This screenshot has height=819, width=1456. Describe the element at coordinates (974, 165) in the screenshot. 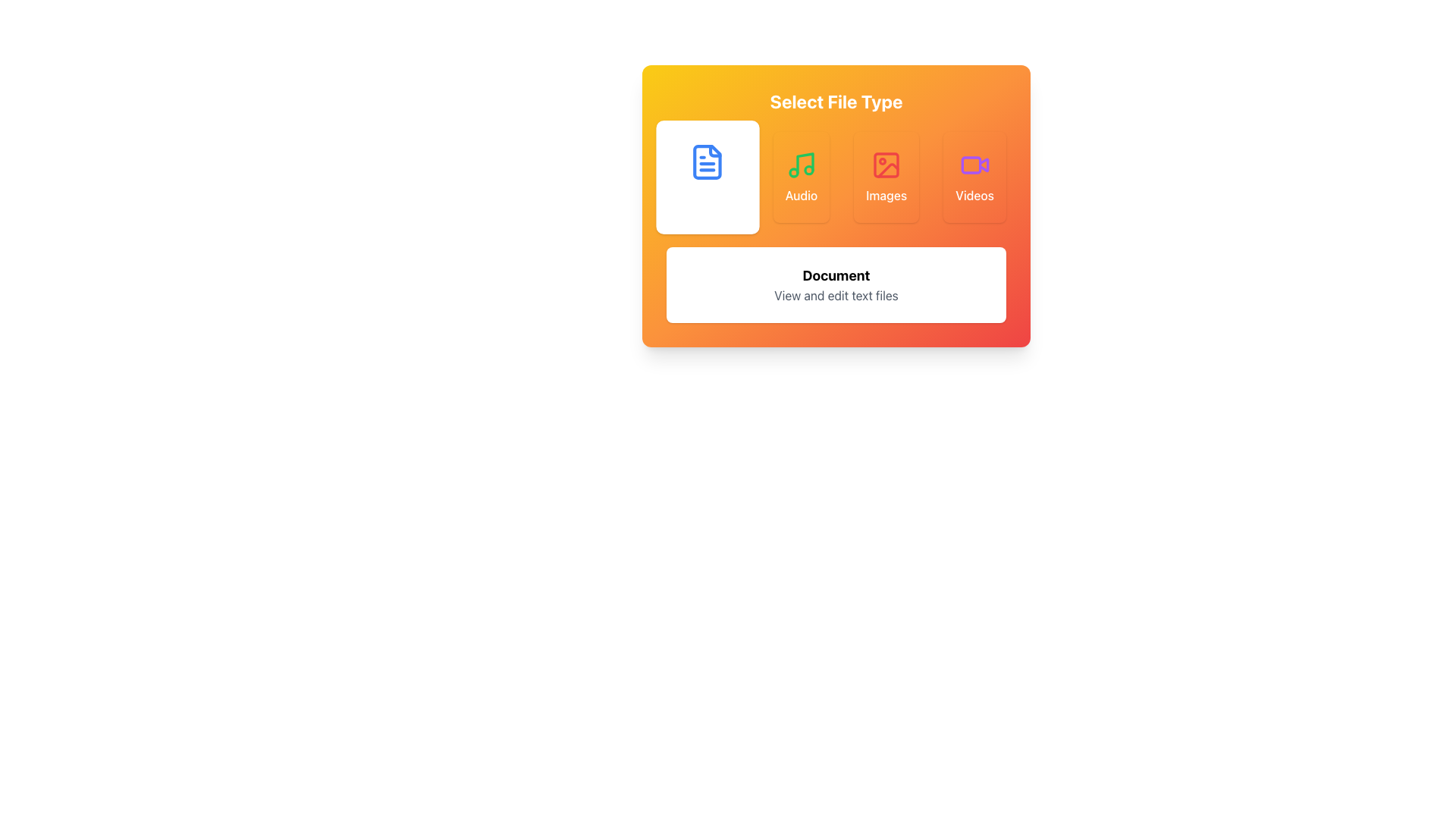

I see `the purple video camera icon located on the orange gradient button, which is the fourth option in the horizontal list under the 'Select File Type' heading` at that location.